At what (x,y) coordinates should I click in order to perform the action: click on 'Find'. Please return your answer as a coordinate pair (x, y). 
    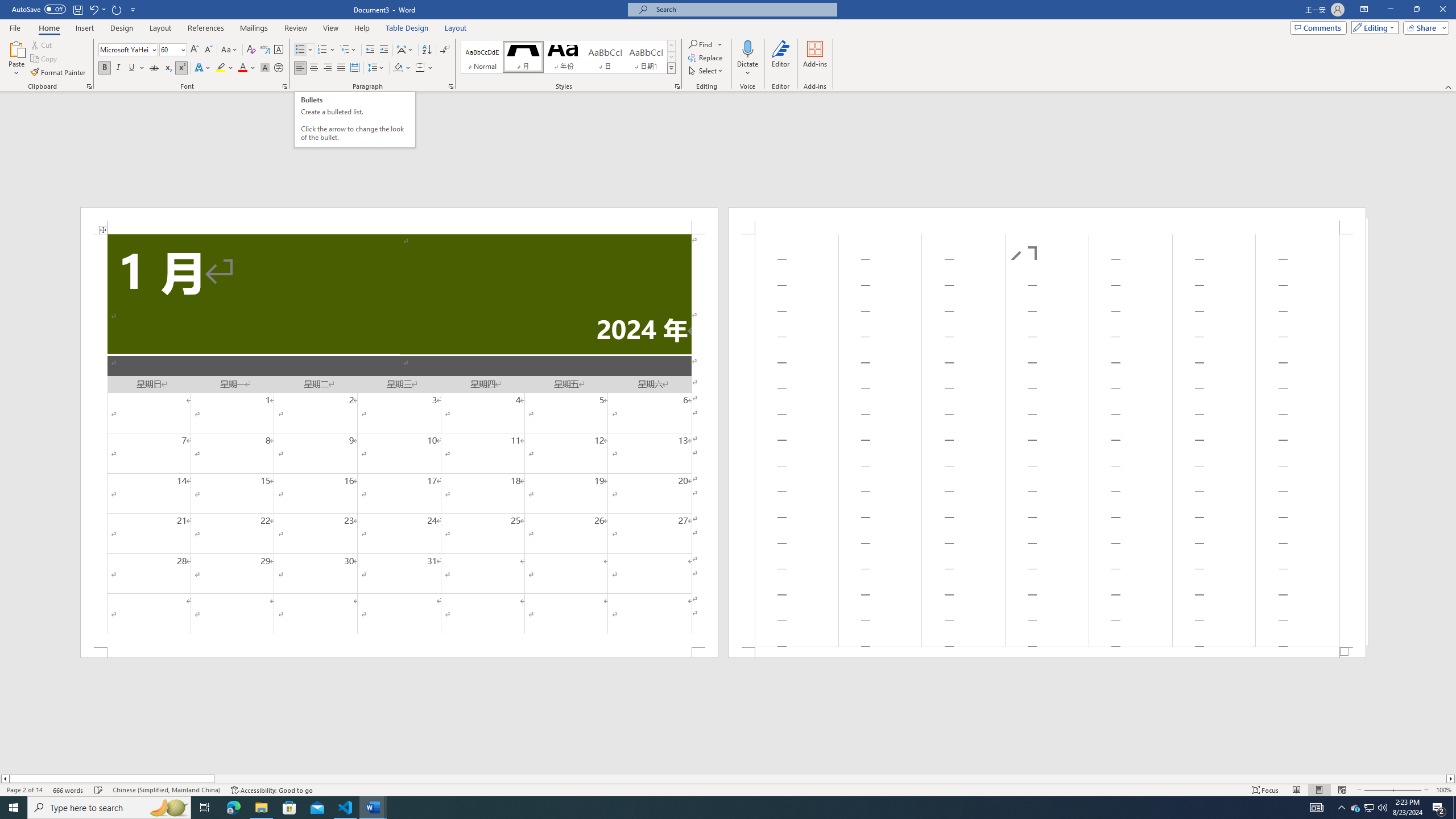
    Looking at the image, I should click on (700, 44).